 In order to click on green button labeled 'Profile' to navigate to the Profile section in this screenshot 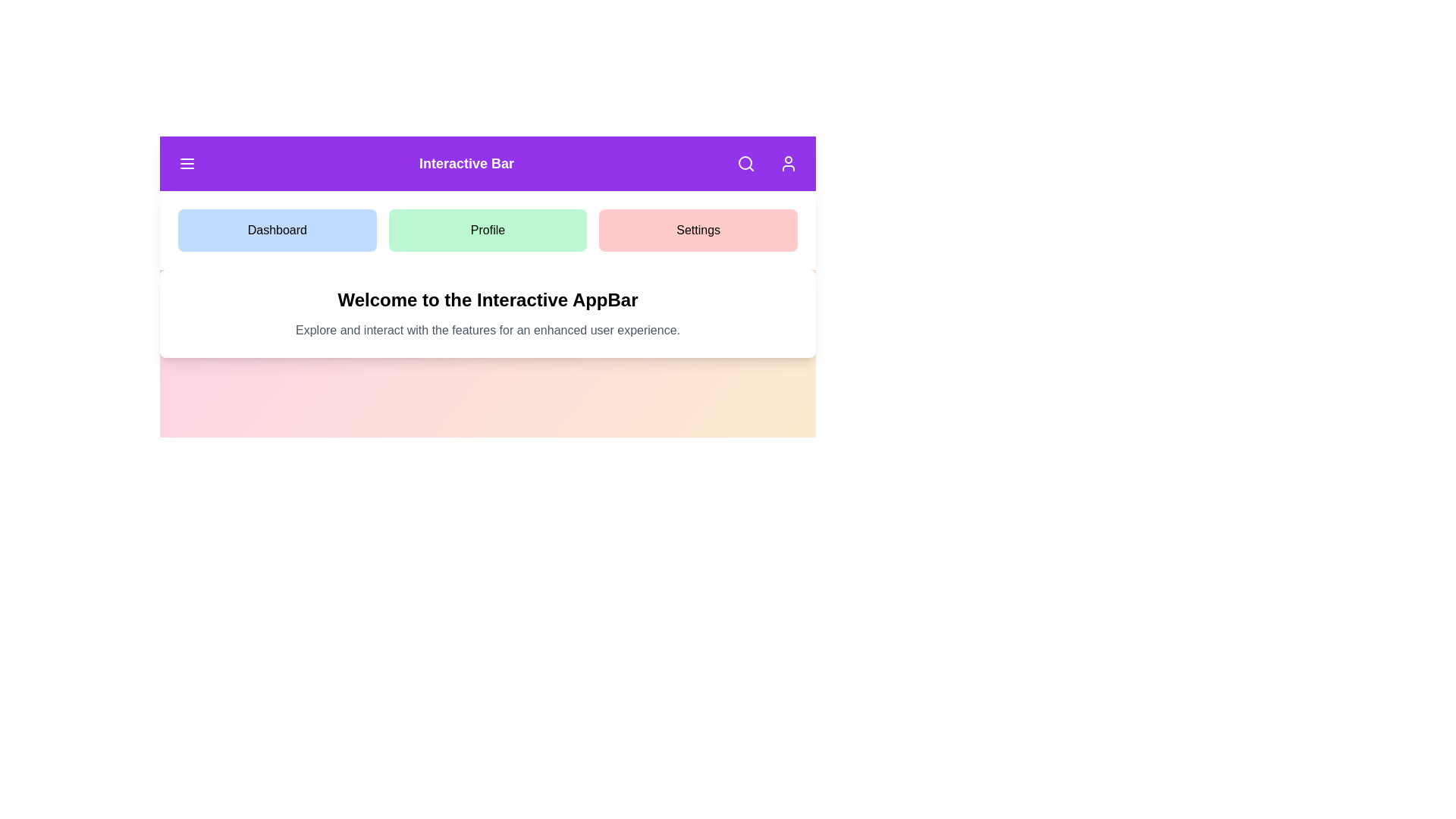, I will do `click(488, 231)`.